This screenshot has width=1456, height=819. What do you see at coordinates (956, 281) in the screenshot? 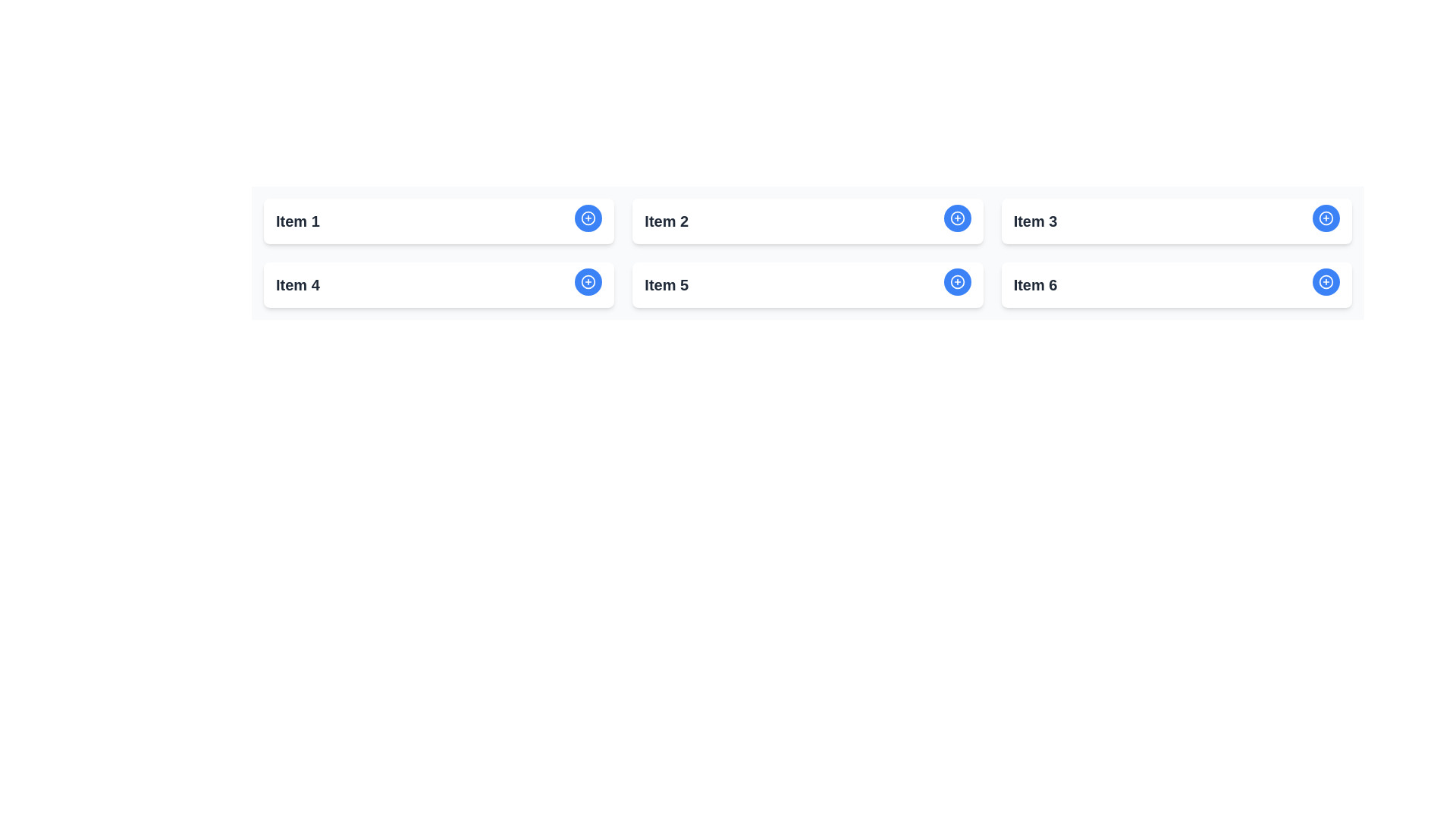
I see `the blue circular button with a white plus symbol in its center located in the bottom-right corner of the 'Item 5' box` at bounding box center [956, 281].